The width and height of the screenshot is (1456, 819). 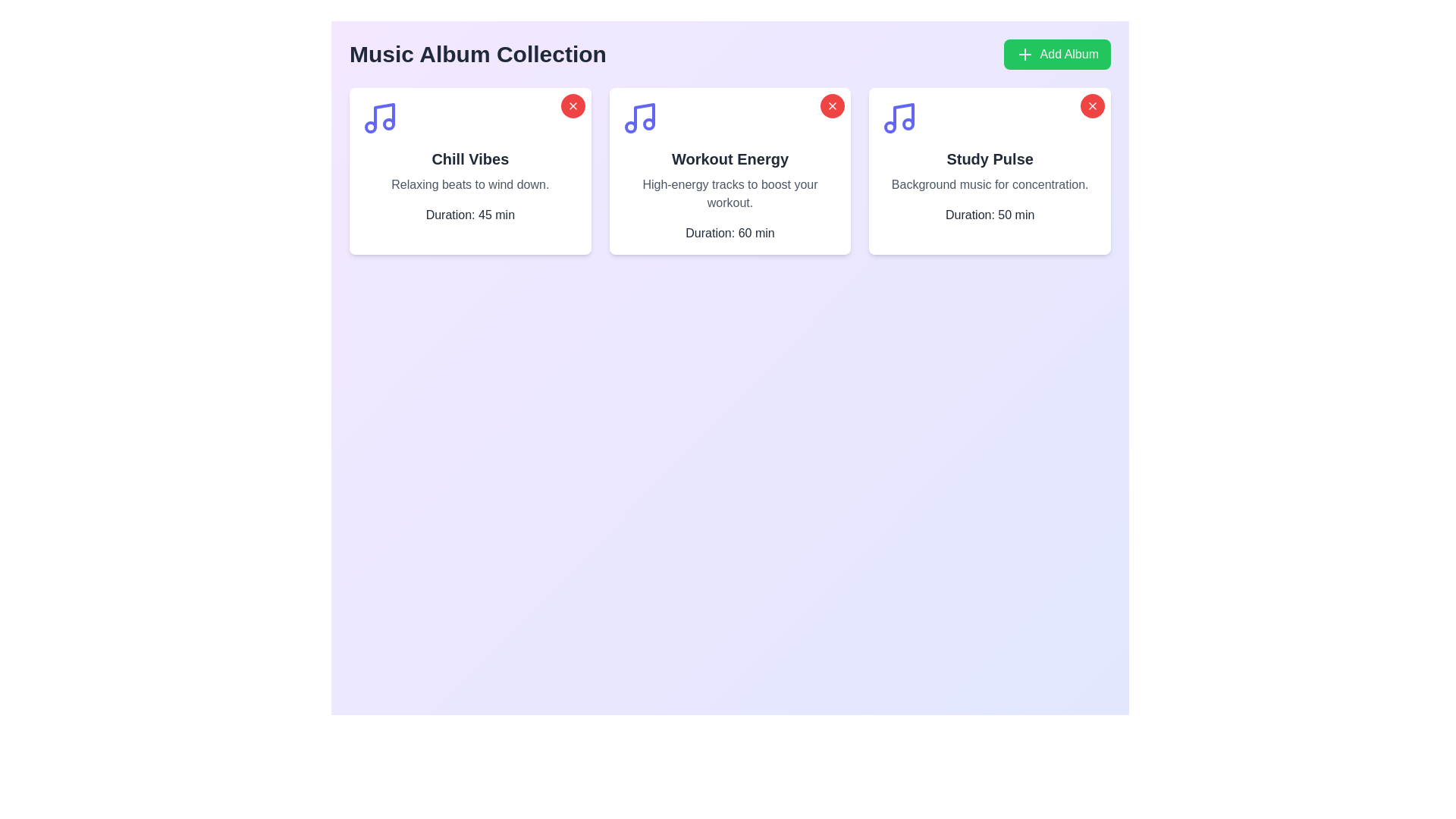 I want to click on the decorative music icon representing the 'Chill Vibes' card, located at the top-left corner of the card, above the title 'Chill Vibes', so click(x=379, y=117).